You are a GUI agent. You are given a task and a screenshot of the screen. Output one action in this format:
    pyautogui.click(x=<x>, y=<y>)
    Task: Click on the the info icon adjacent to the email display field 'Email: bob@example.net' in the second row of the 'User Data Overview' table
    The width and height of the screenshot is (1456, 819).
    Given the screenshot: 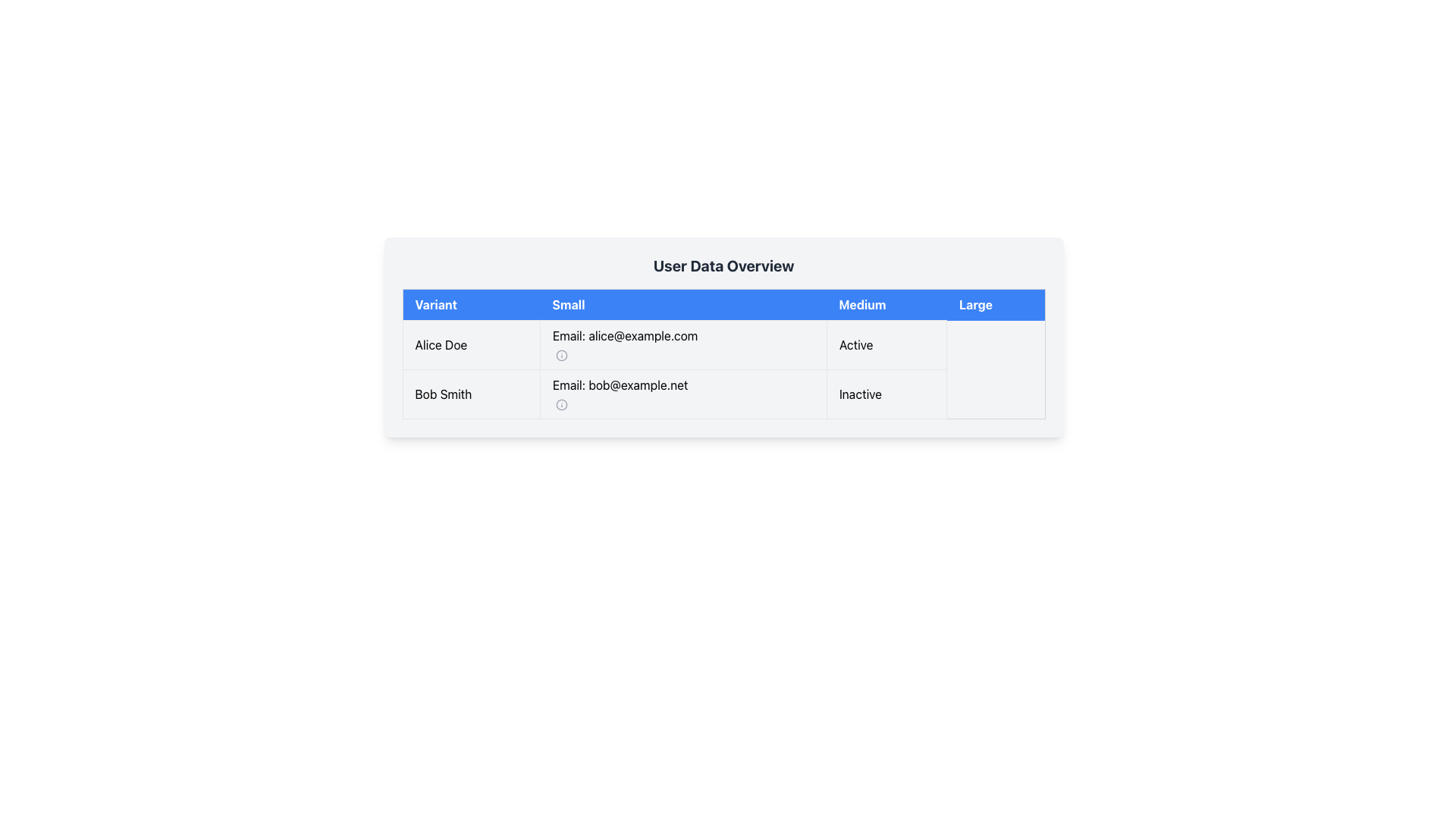 What is the action you would take?
    pyautogui.click(x=682, y=394)
    